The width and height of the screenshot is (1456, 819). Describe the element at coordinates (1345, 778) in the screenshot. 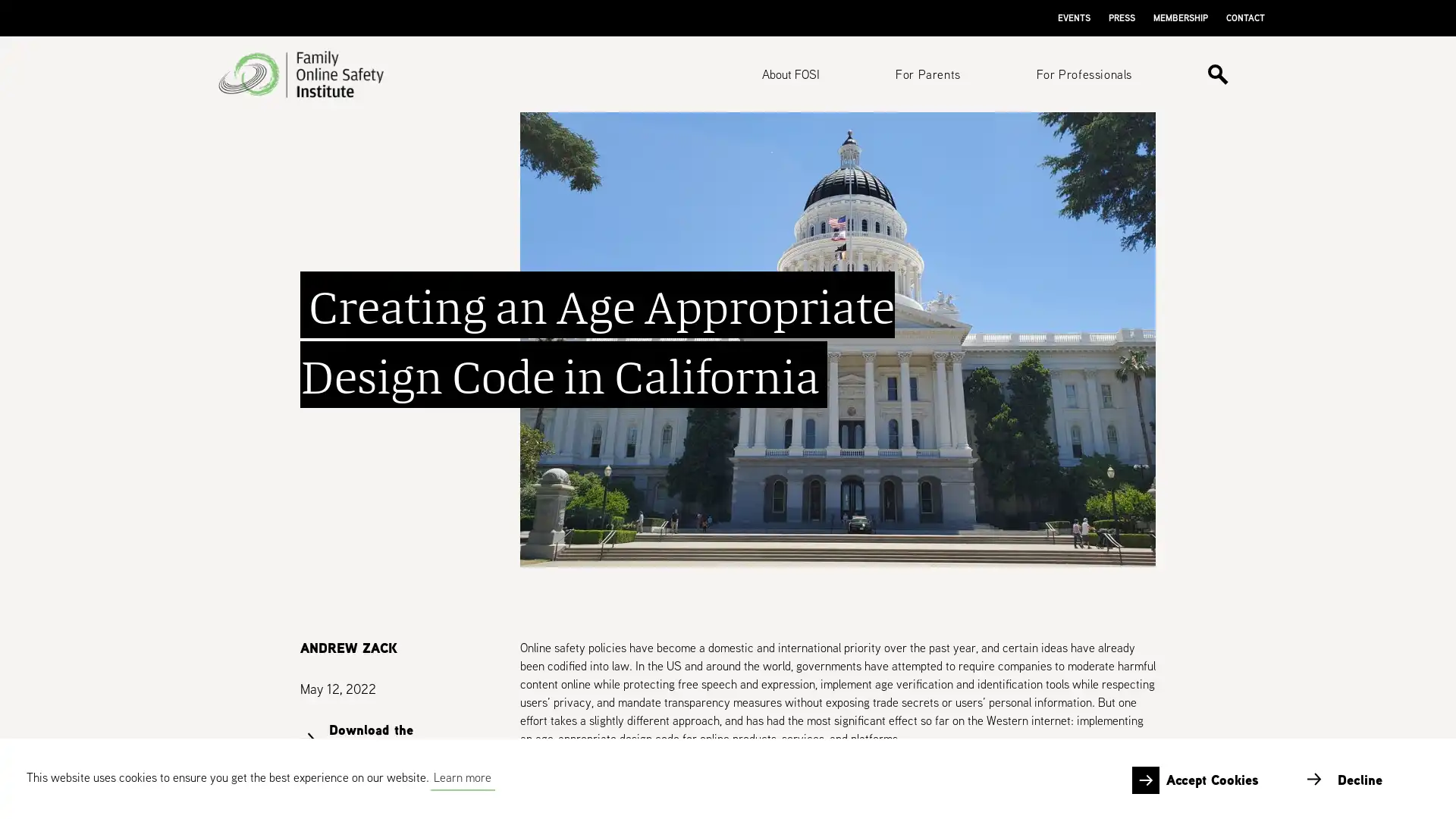

I see `deny cookies` at that location.